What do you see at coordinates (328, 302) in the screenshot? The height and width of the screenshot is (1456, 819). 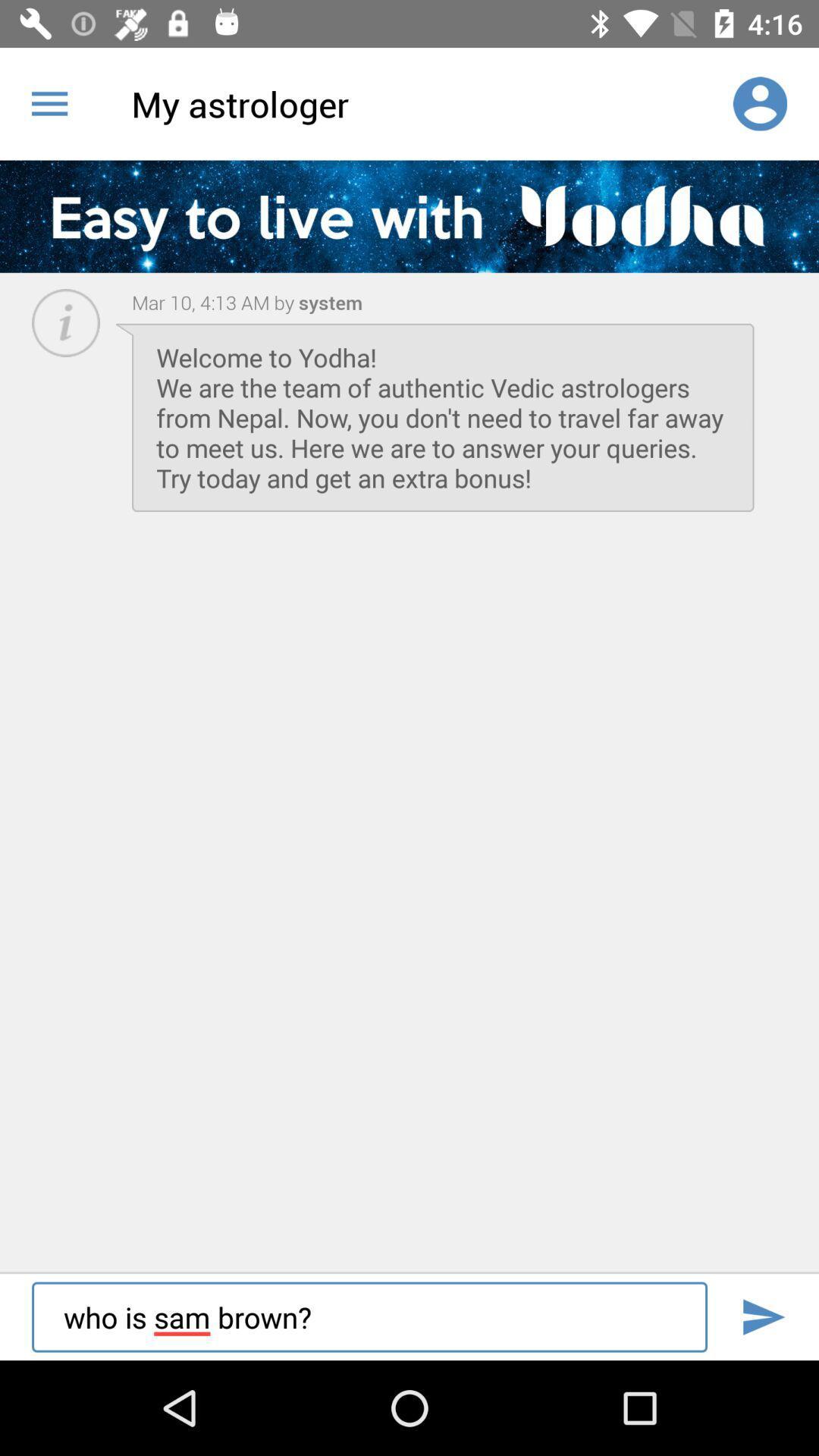 I see `item next to mar 10 4` at bounding box center [328, 302].